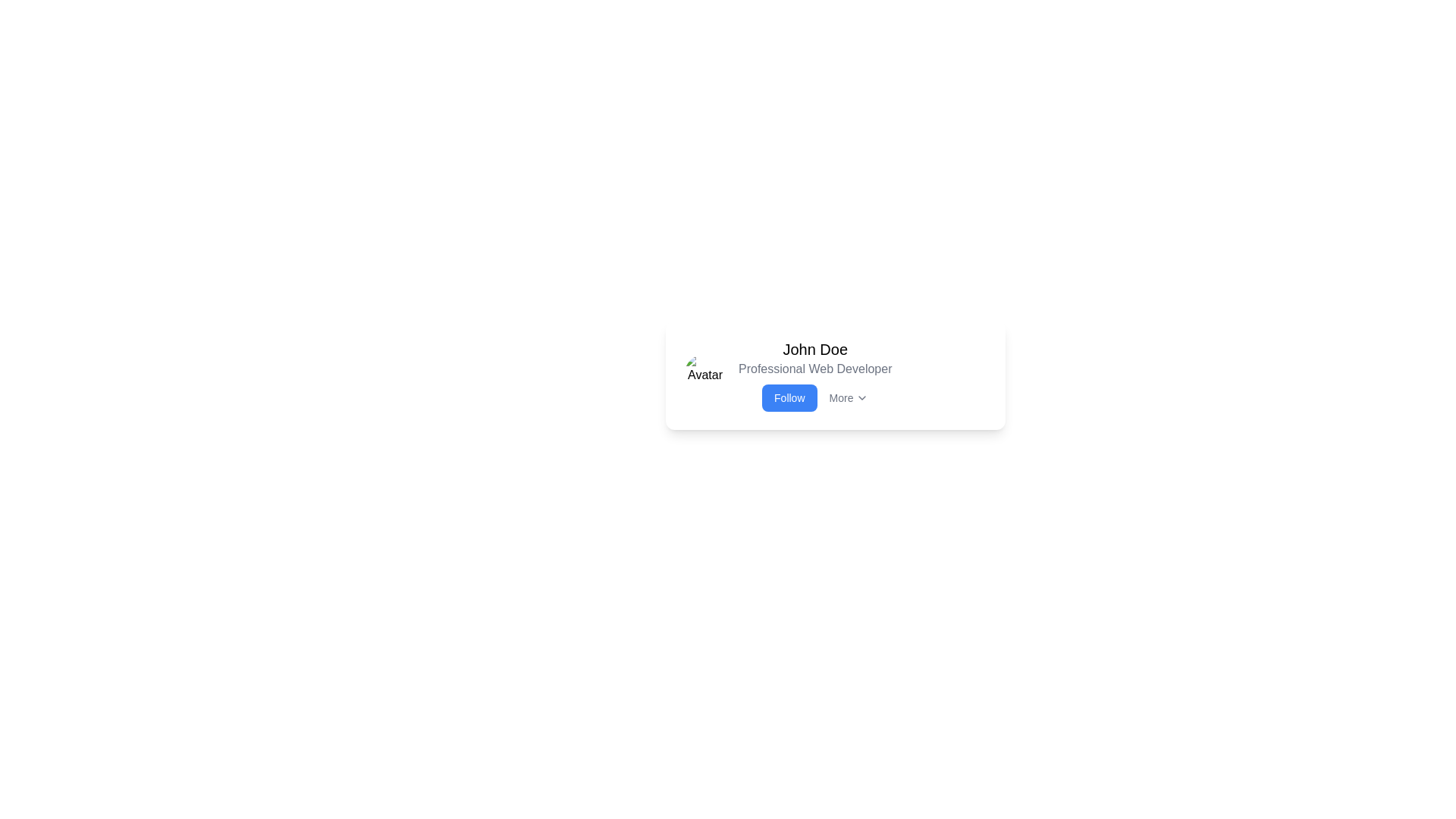 This screenshot has width=1456, height=819. What do you see at coordinates (862, 397) in the screenshot?
I see `the small downward arrow icon resembling a chevron pointing downwards, located immediately to the right of the 'More' text label` at bounding box center [862, 397].